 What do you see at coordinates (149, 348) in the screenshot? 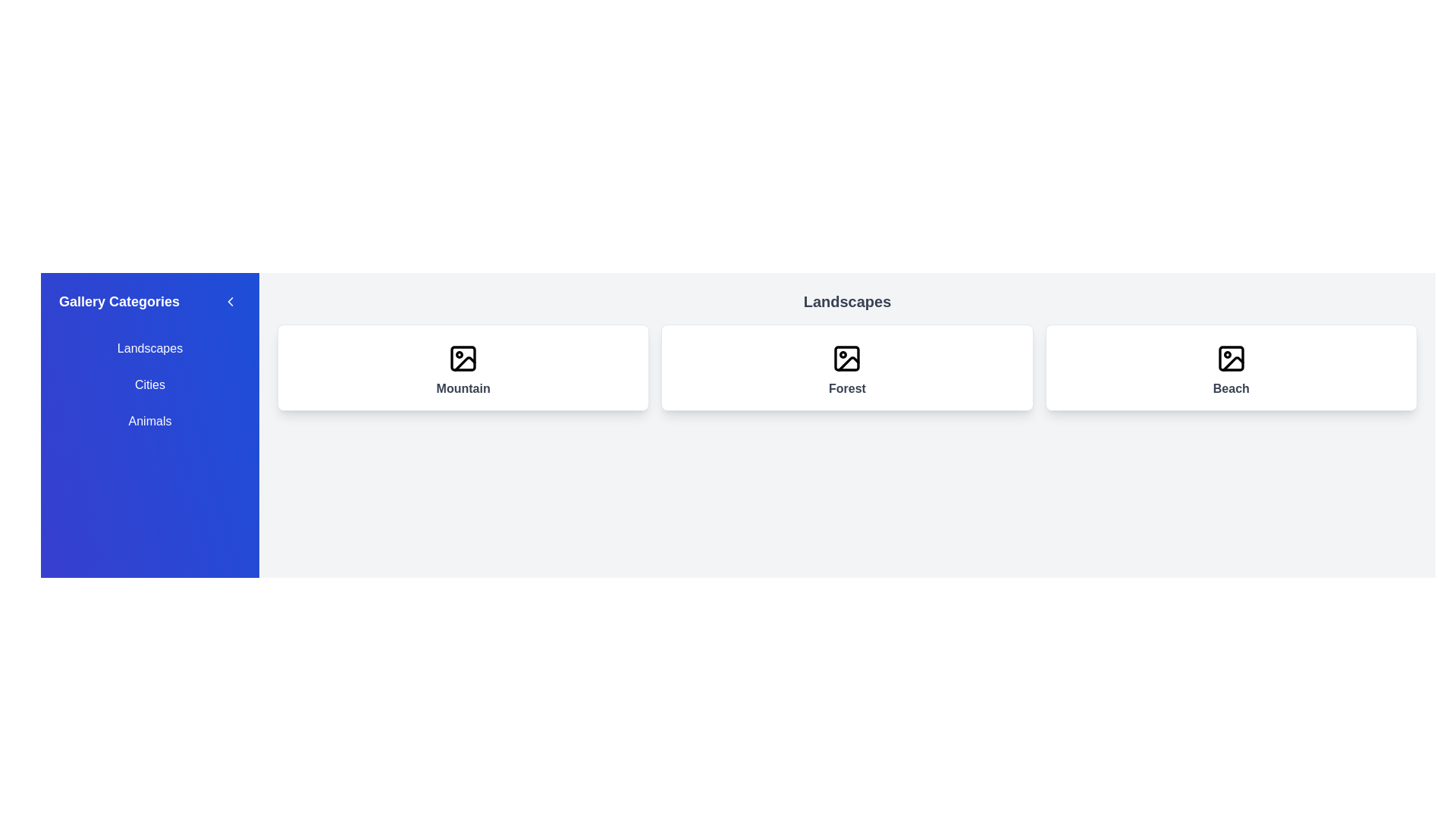
I see `the first navigation link in the 'Gallery Categories' panel` at bounding box center [149, 348].